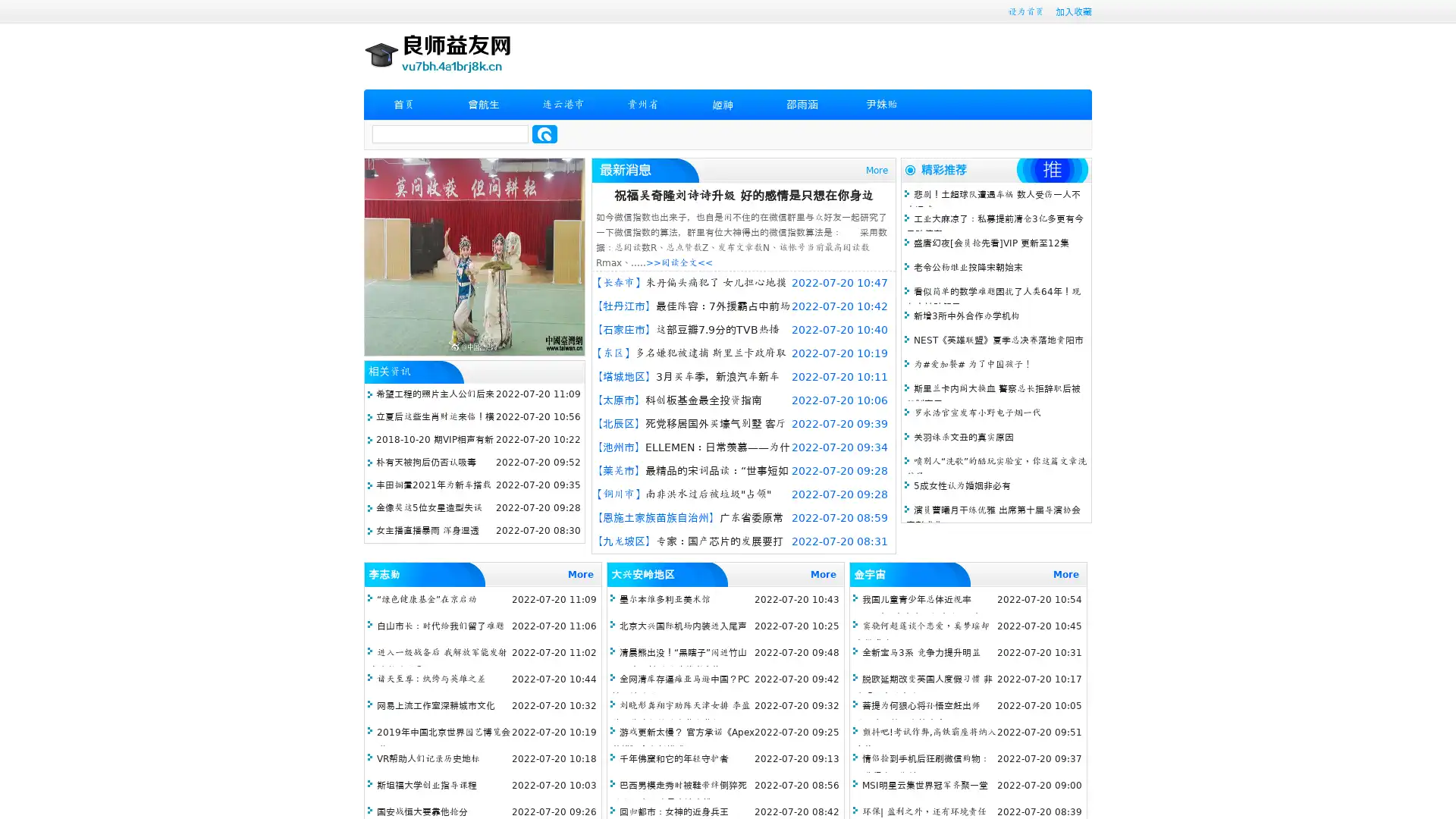  What do you see at coordinates (544, 133) in the screenshot?
I see `Search` at bounding box center [544, 133].